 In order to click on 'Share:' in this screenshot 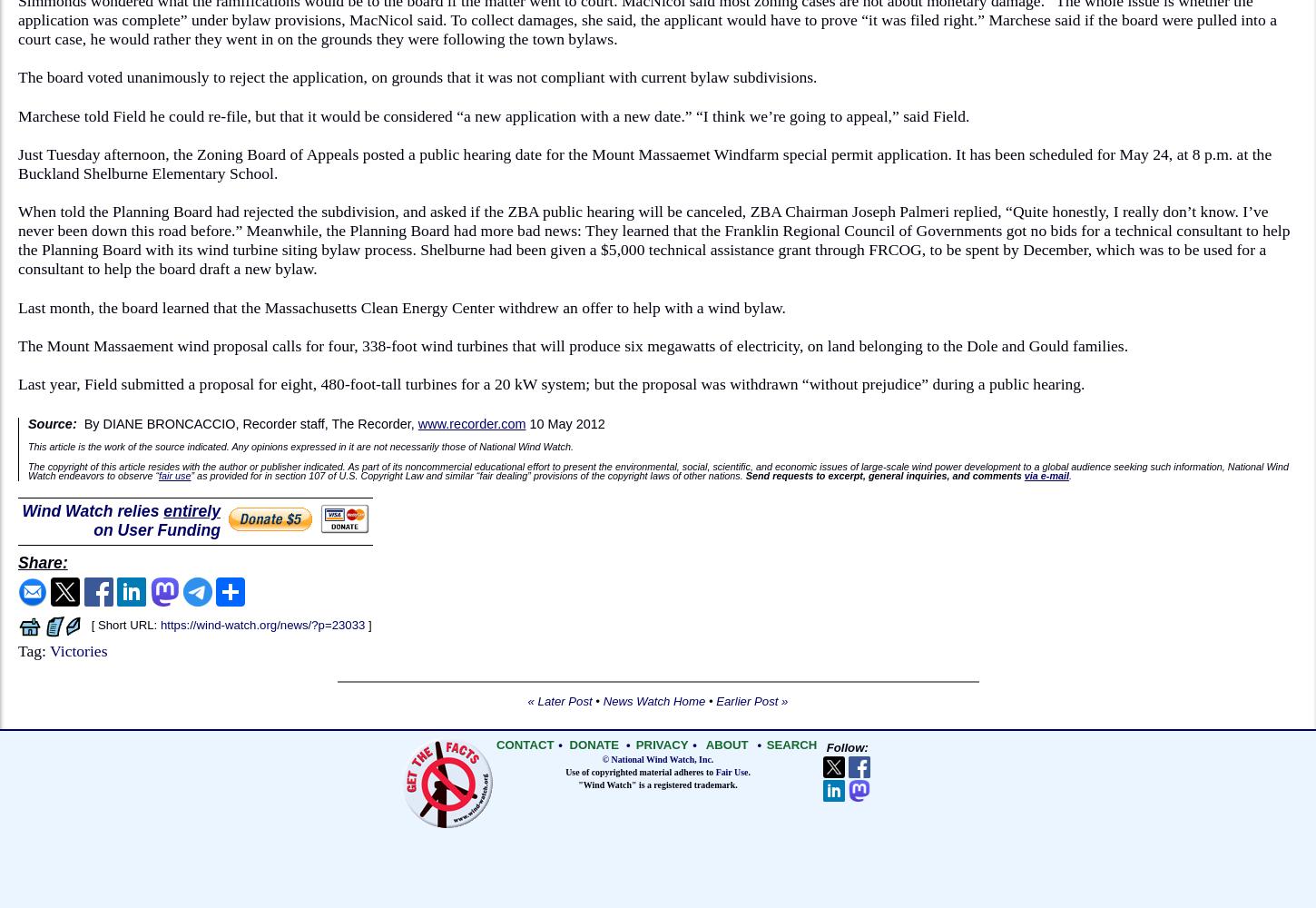, I will do `click(42, 561)`.